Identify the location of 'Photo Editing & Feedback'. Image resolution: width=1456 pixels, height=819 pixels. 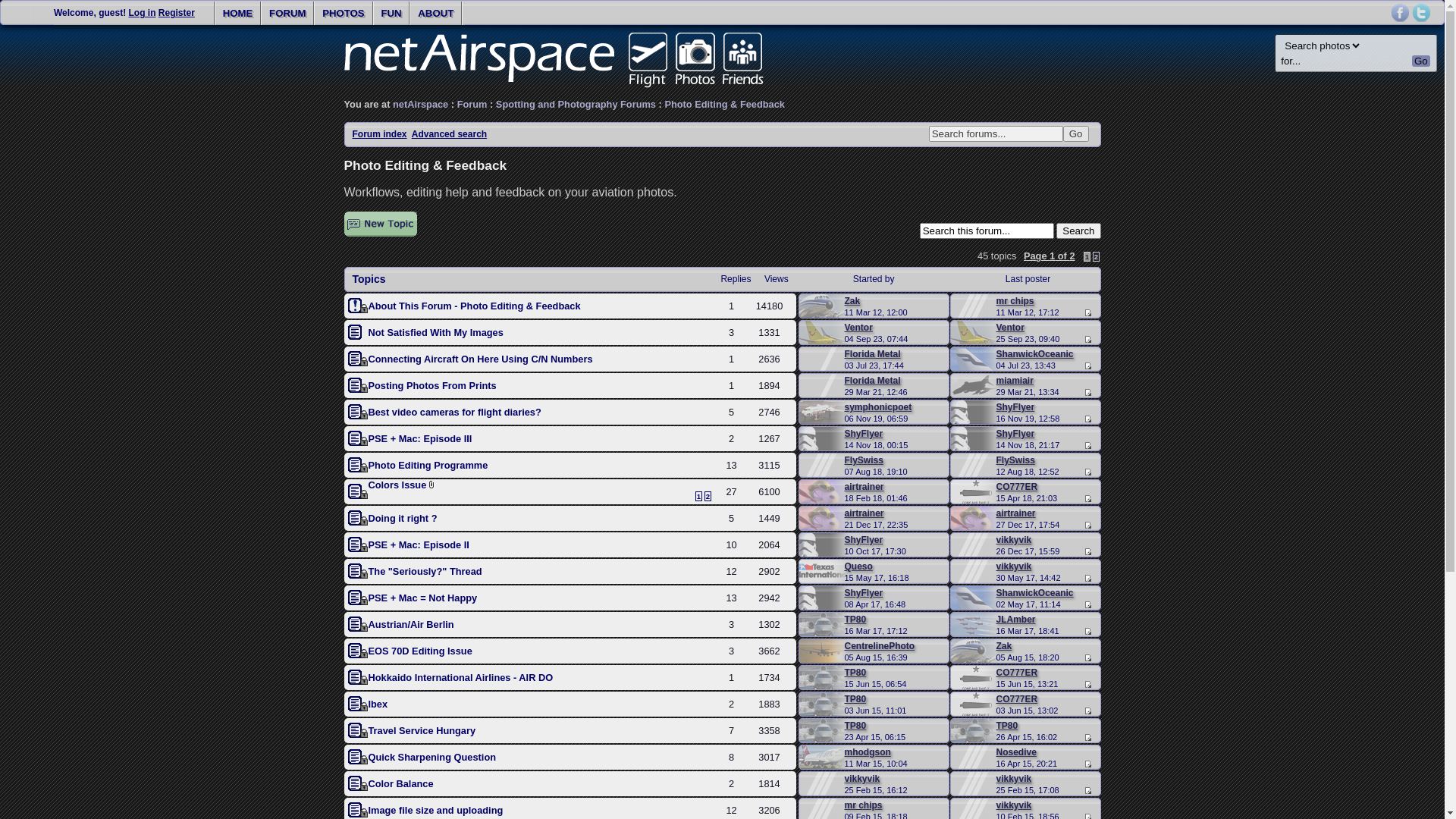
(723, 103).